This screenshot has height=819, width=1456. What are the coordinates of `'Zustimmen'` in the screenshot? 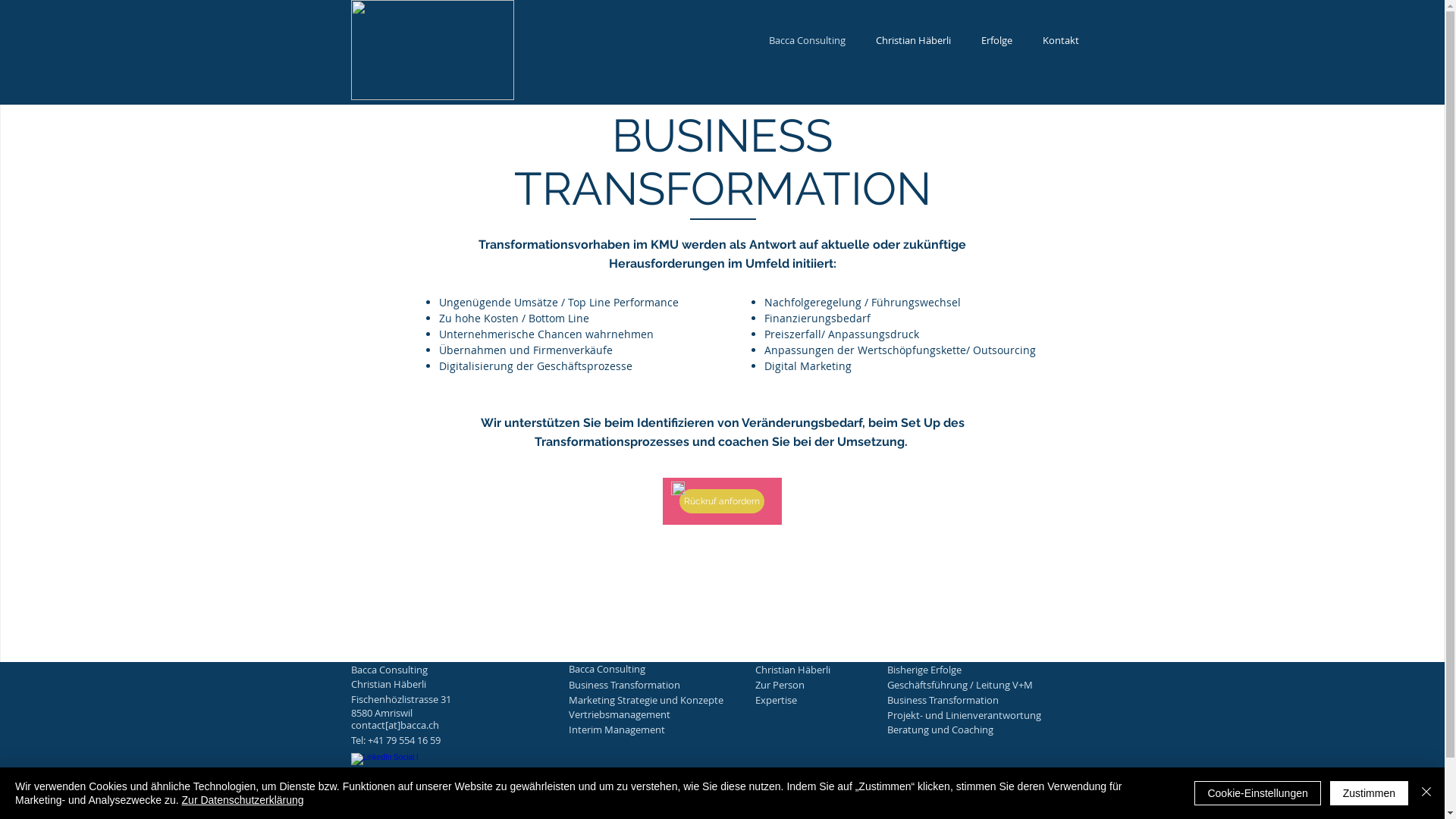 It's located at (1369, 792).